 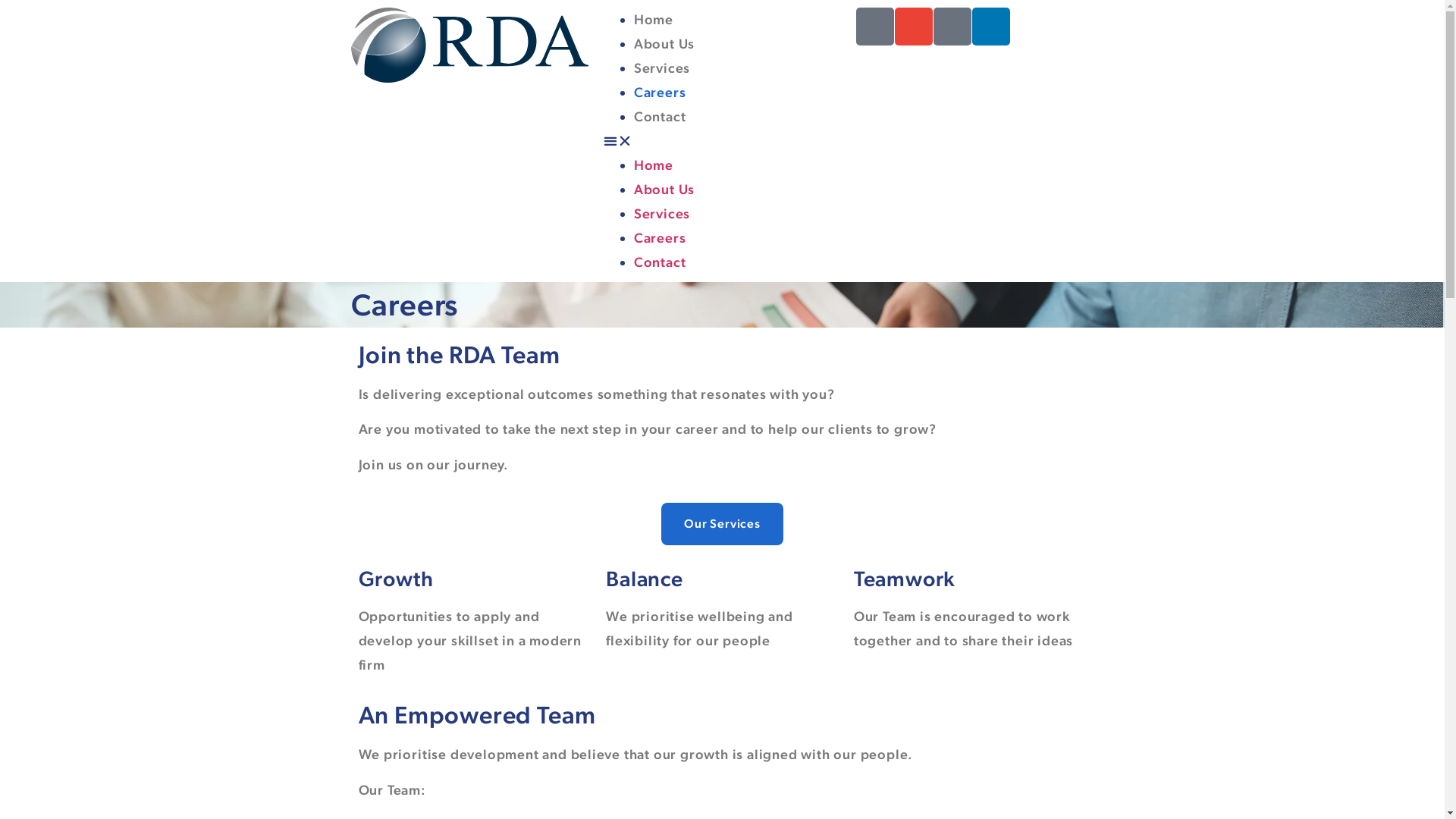 I want to click on 'Home', so click(x=654, y=19).